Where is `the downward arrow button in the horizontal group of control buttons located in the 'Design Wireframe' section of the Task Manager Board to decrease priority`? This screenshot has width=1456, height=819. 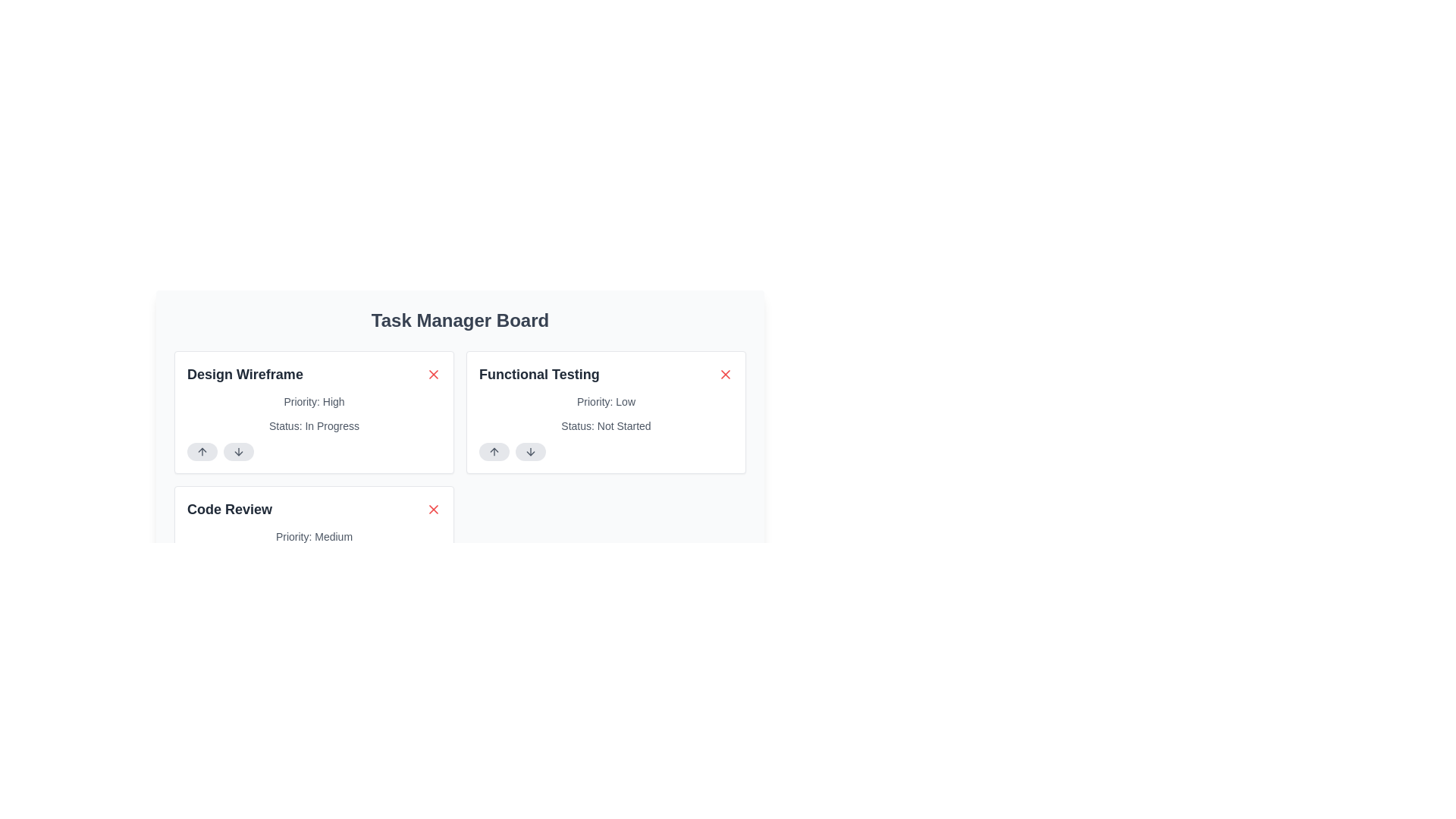 the downward arrow button in the horizontal group of control buttons located in the 'Design Wireframe' section of the Task Manager Board to decrease priority is located at coordinates (313, 451).